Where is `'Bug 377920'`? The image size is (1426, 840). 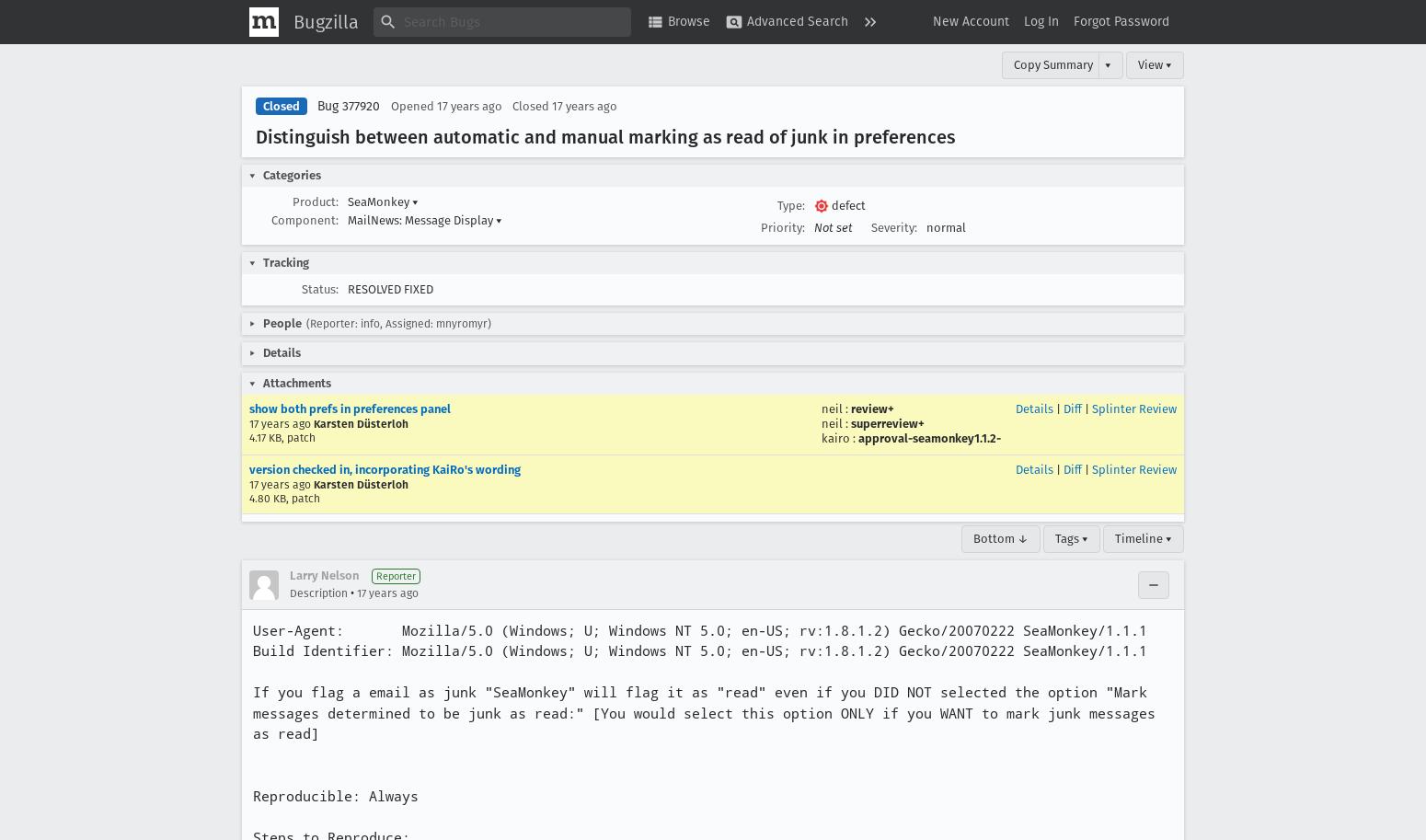
'Bug 377920' is located at coordinates (347, 106).